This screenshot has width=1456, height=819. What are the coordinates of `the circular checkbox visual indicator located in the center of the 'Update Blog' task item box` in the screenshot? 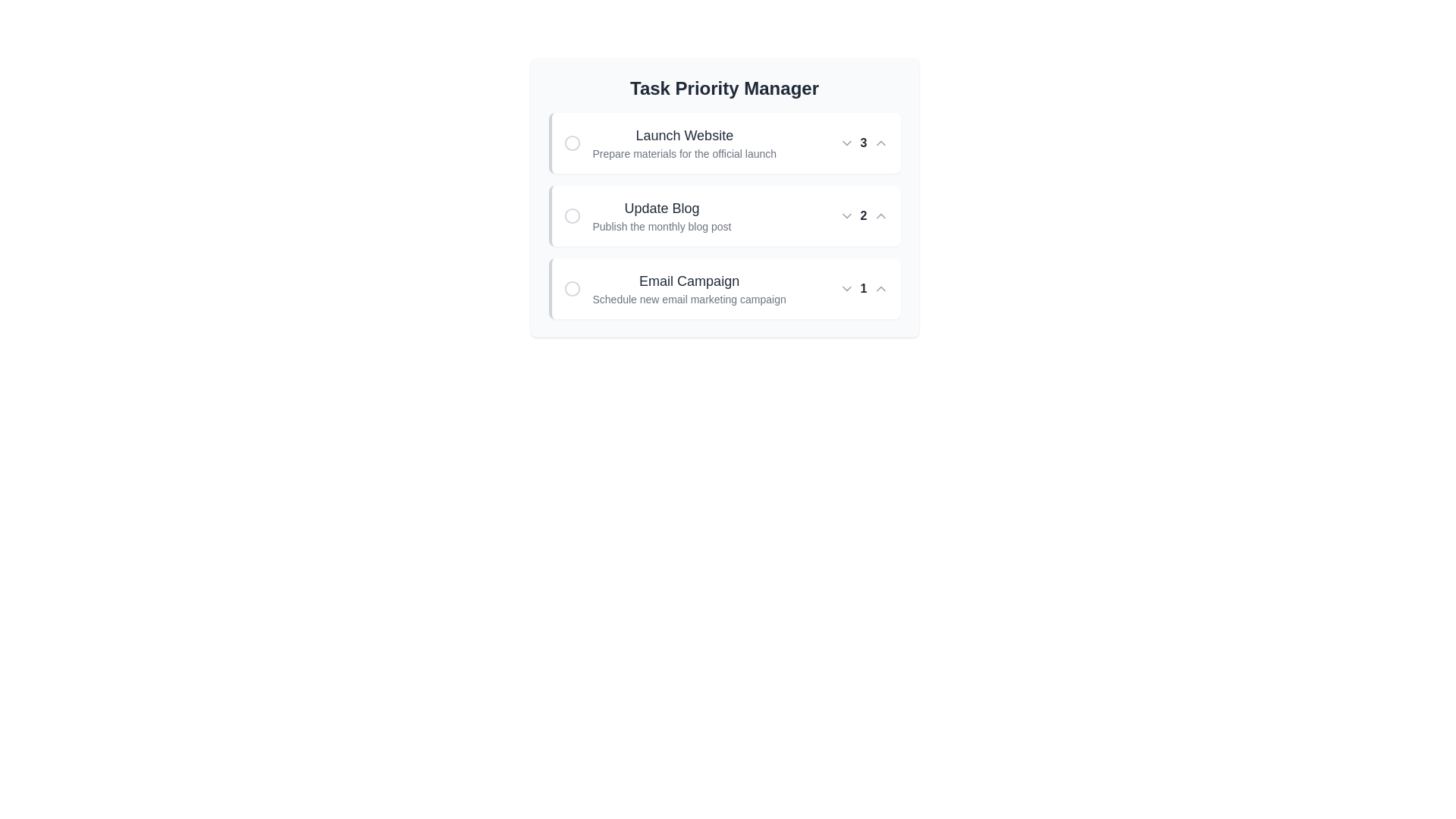 It's located at (571, 216).